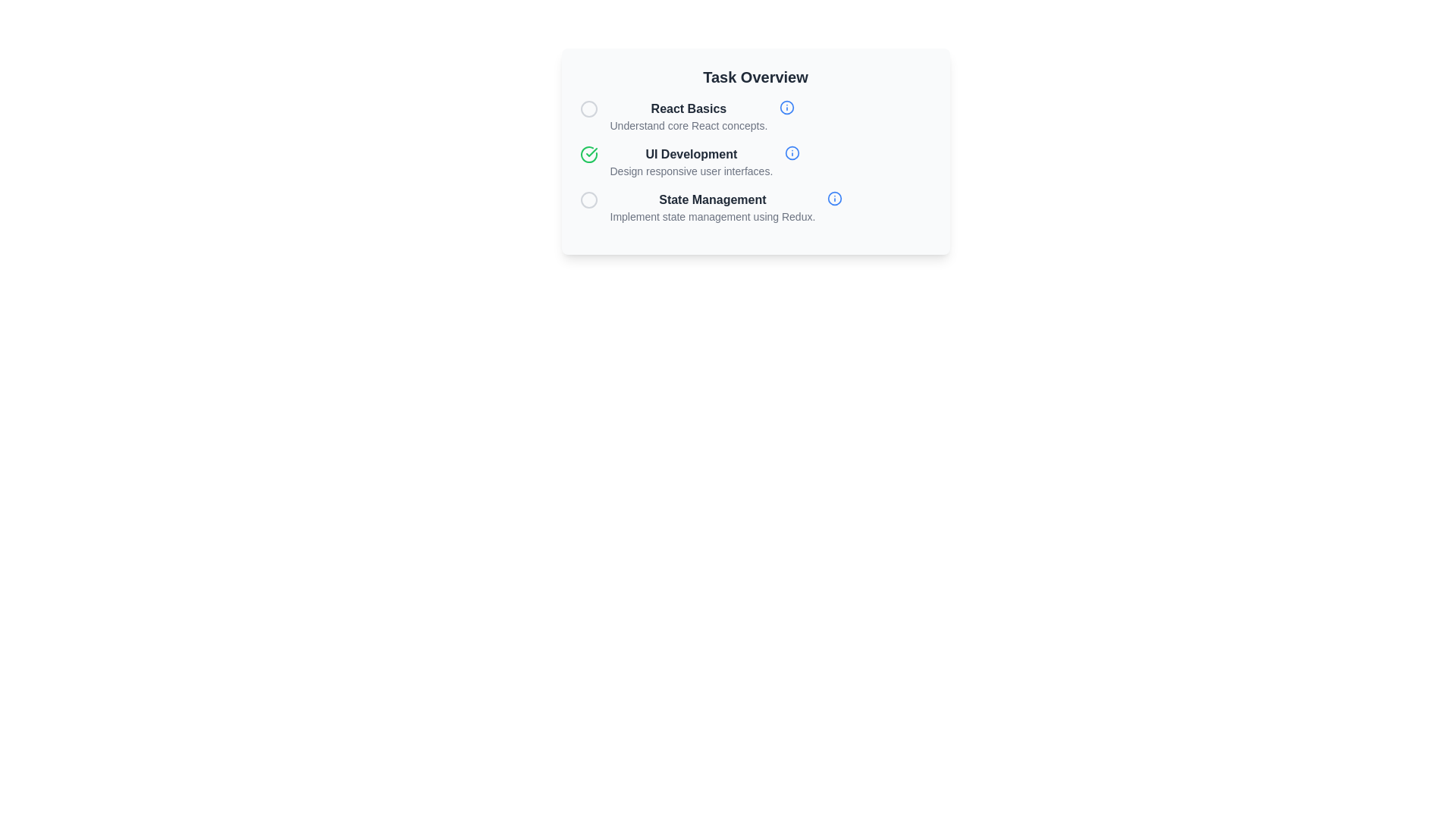  What do you see at coordinates (834, 198) in the screenshot?
I see `the informational icon related to the 'State Management' task positioned on the far right of the task overview section to identify its purpose` at bounding box center [834, 198].